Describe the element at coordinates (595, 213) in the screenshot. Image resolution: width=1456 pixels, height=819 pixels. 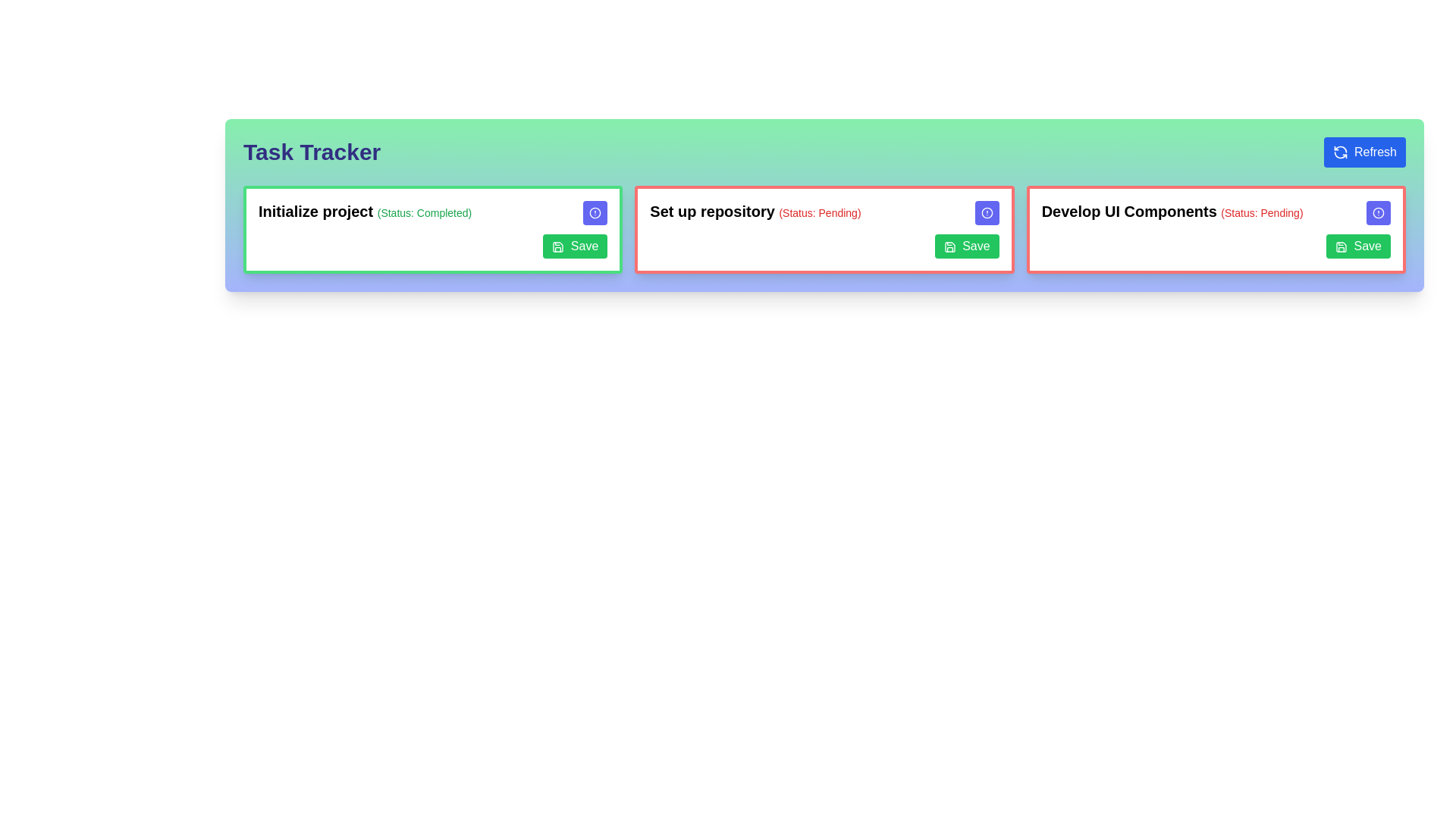
I see `the interactive button located at the top-right of the 'Initialize project (Status: Completed)' task card` at that location.